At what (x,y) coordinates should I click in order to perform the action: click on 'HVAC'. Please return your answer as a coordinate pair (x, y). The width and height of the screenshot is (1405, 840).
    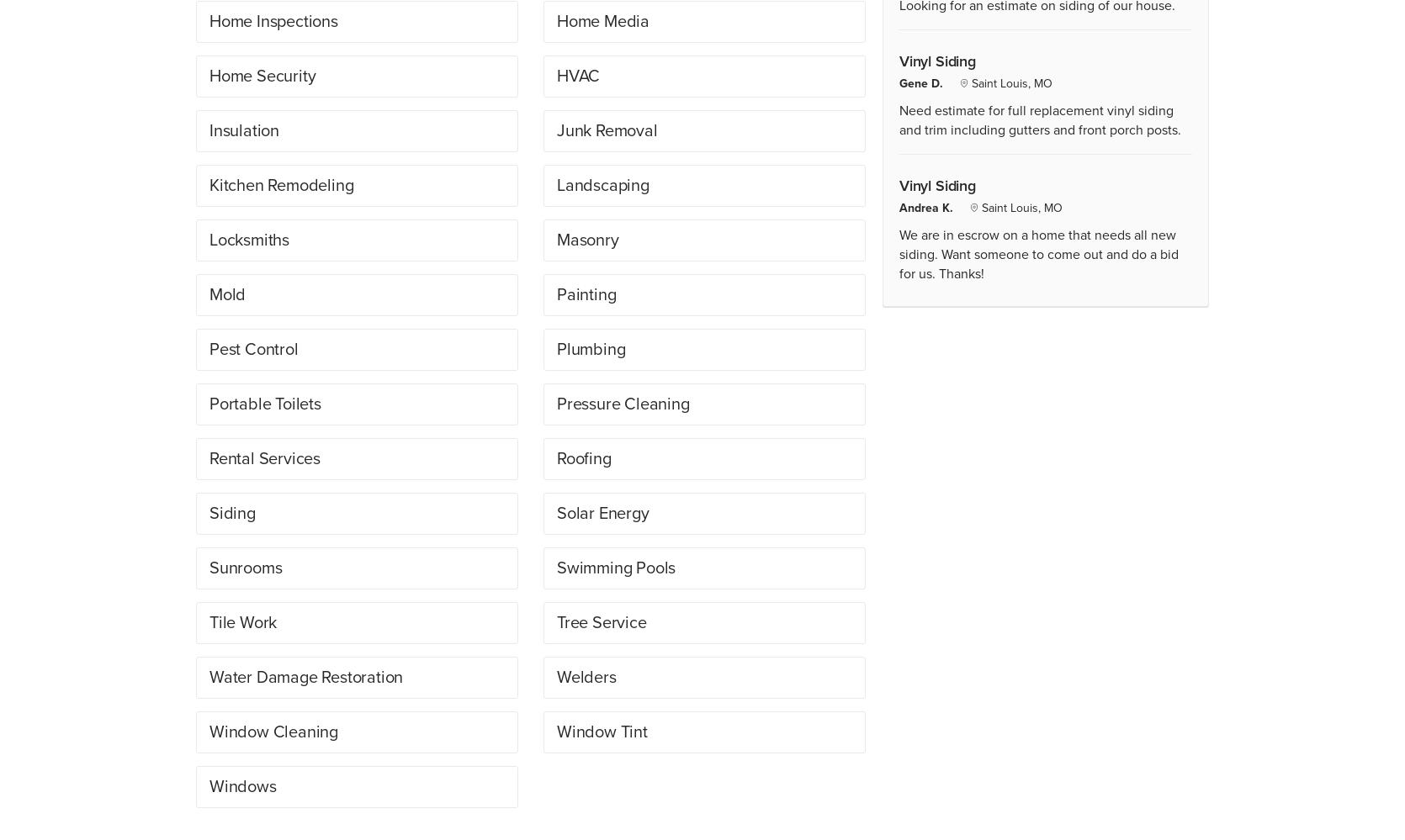
    Looking at the image, I should click on (555, 75).